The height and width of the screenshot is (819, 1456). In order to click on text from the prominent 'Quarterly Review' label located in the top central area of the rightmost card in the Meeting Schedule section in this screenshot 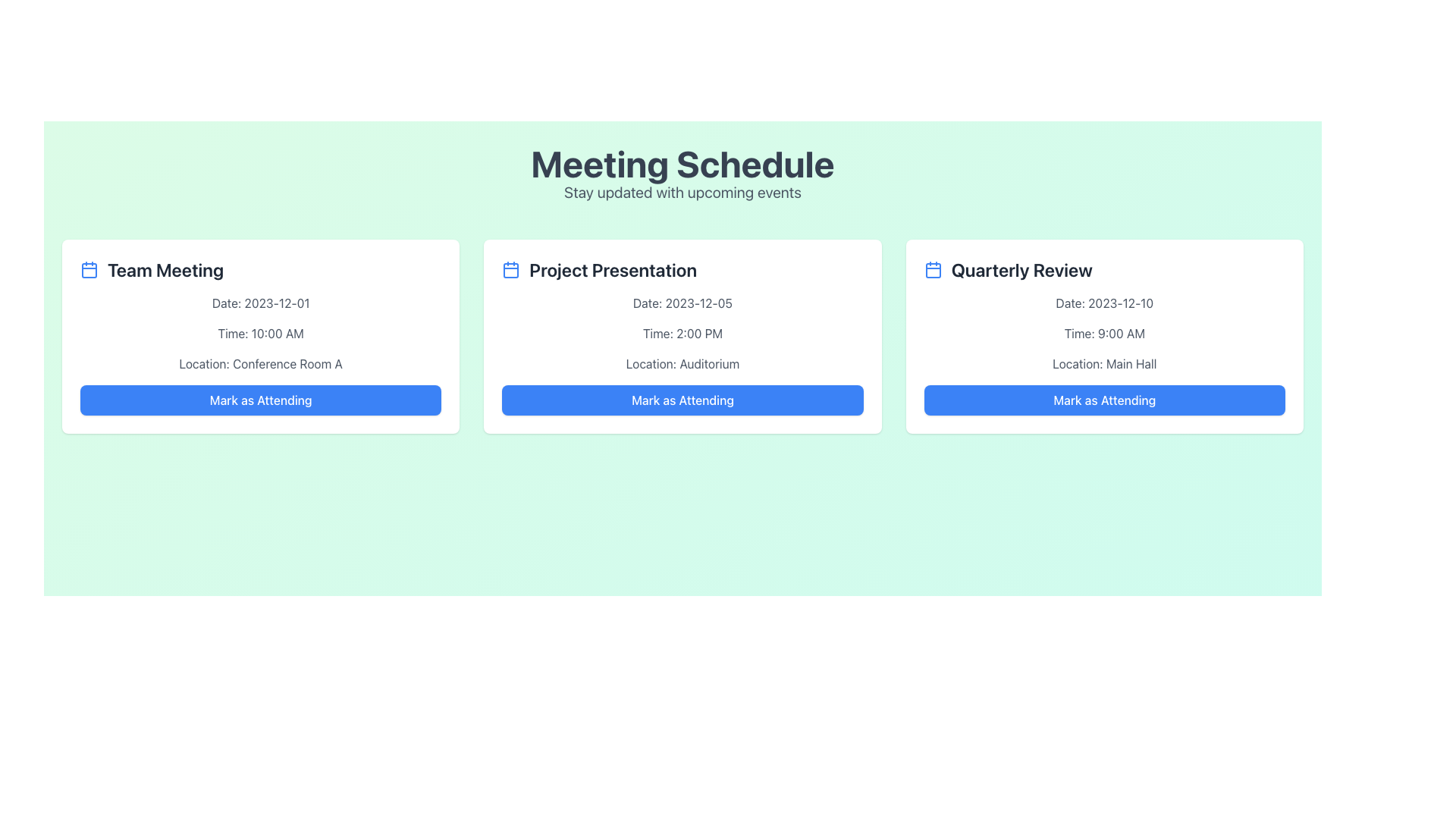, I will do `click(1021, 268)`.